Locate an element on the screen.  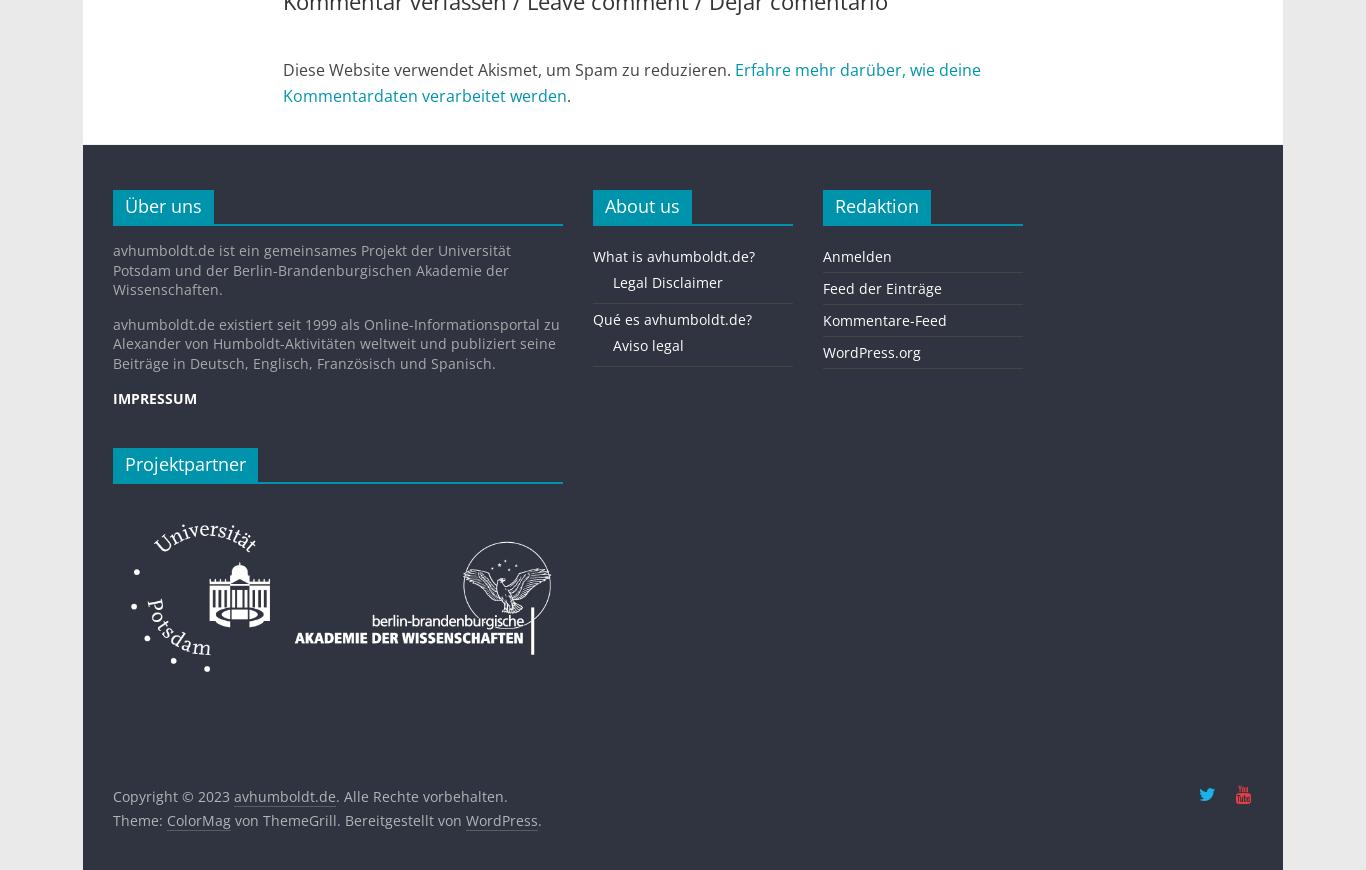
'Redaktion' is located at coordinates (832, 205).